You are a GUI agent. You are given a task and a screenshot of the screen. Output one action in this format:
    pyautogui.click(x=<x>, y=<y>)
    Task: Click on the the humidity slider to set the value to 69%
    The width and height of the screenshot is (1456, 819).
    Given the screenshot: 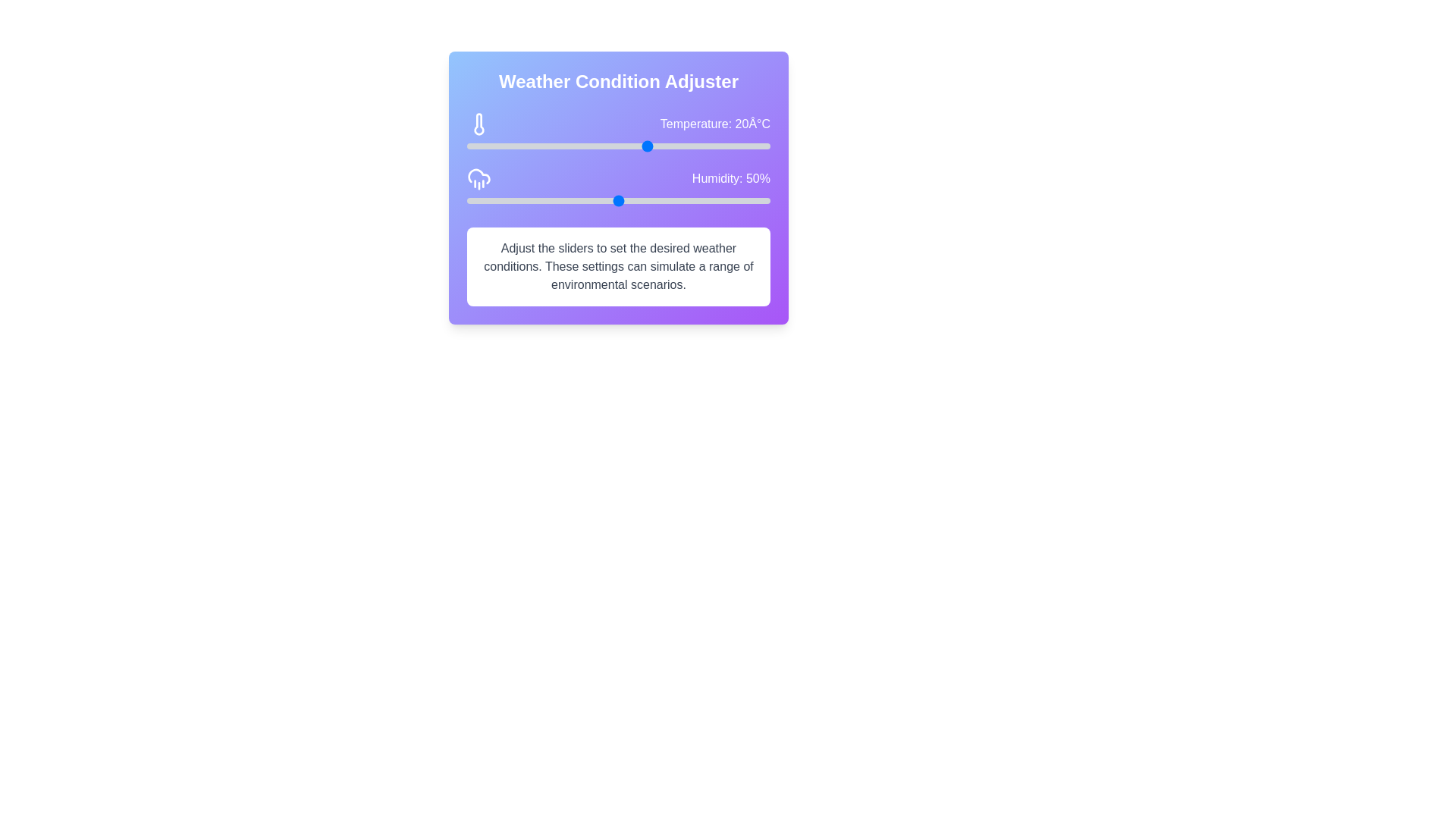 What is the action you would take?
    pyautogui.click(x=676, y=200)
    